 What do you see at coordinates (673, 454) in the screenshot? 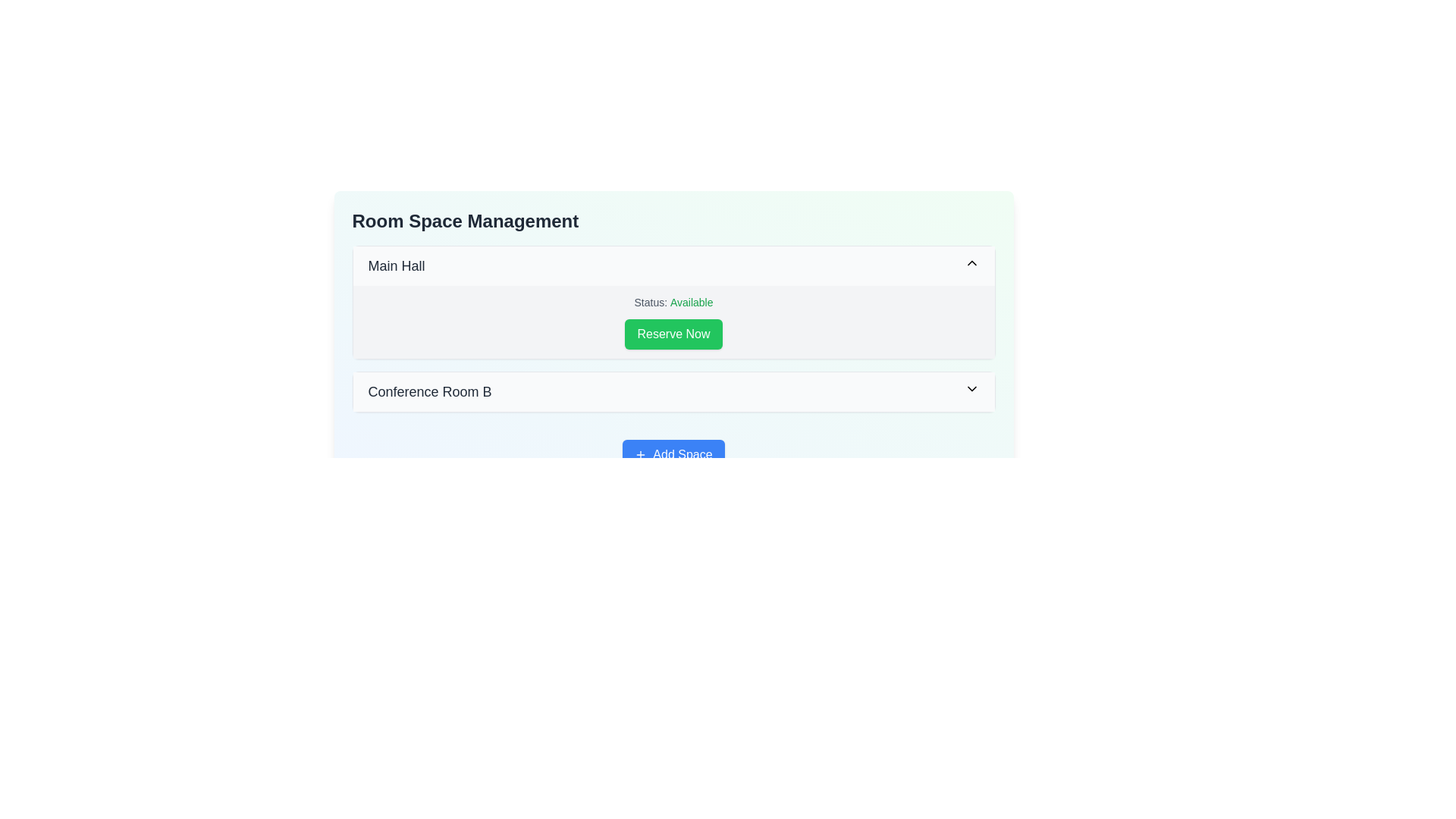
I see `the 'Add Space' button, which is a rectangular button with a vibrant blue background and white text, located beneath the 'Conference Room B' section` at bounding box center [673, 454].